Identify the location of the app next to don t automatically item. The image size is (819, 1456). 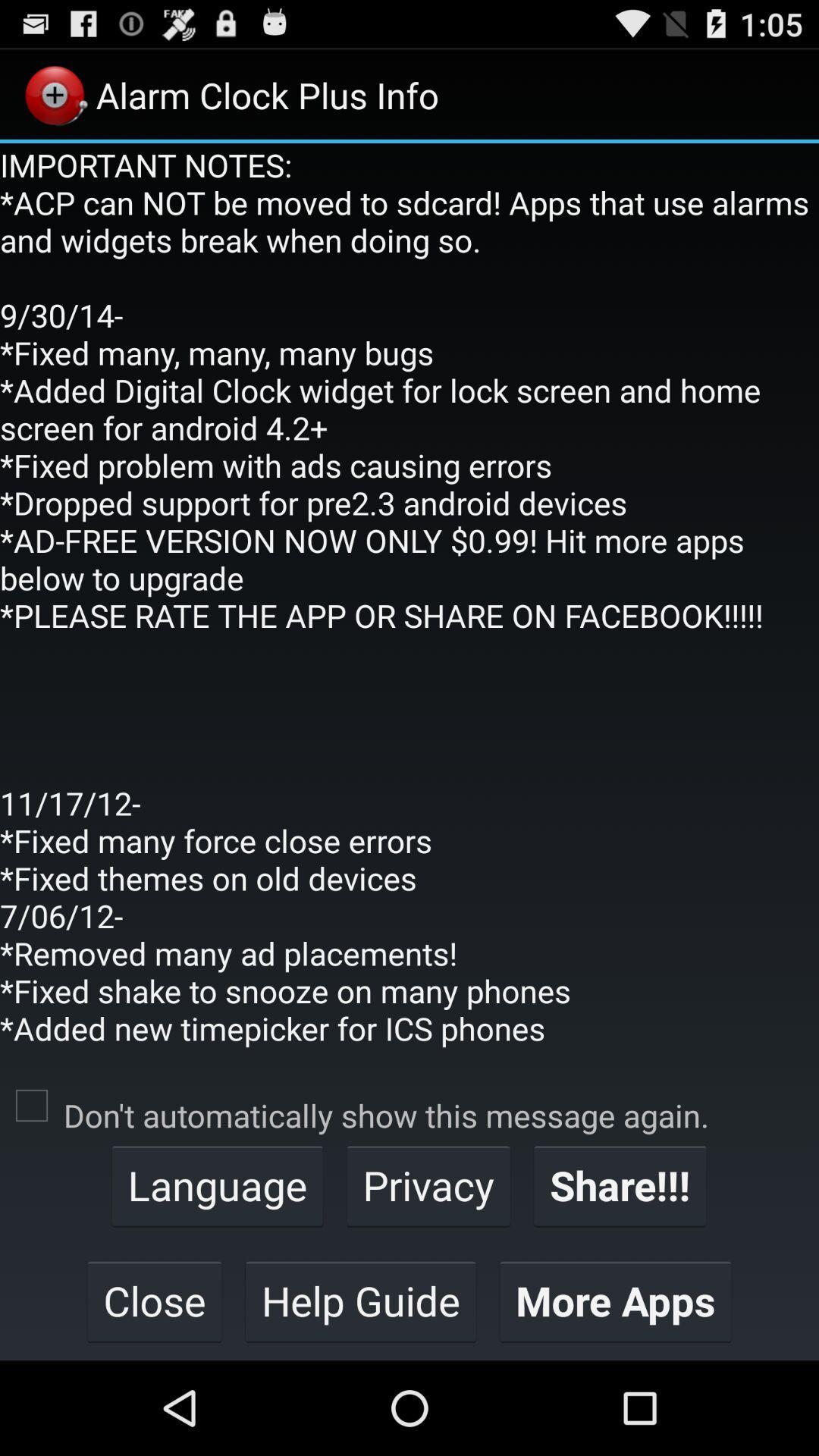
(32, 1106).